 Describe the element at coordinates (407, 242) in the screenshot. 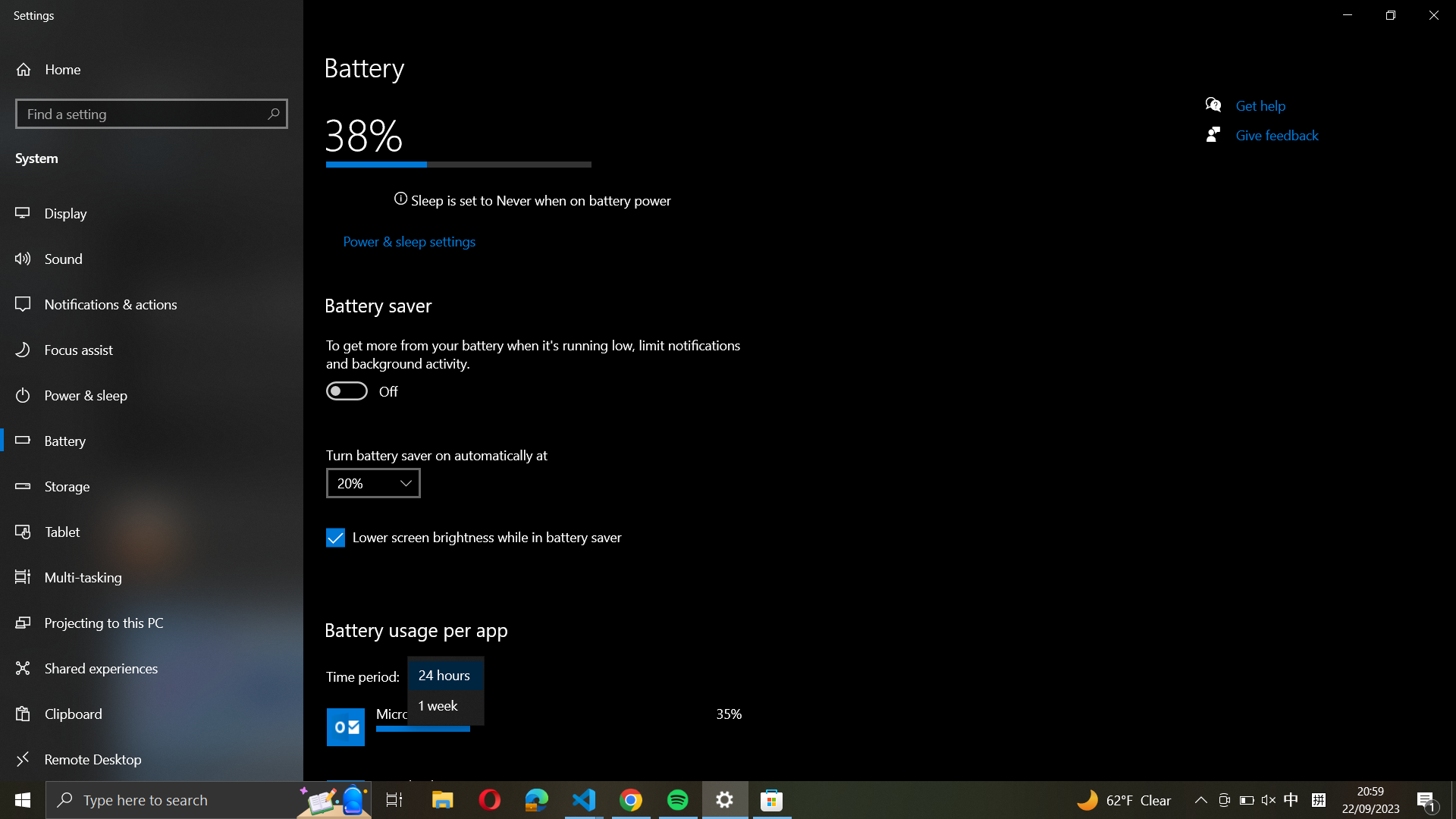

I see `Navigate and select the "Power & sleep" settings from the menu on the left` at that location.